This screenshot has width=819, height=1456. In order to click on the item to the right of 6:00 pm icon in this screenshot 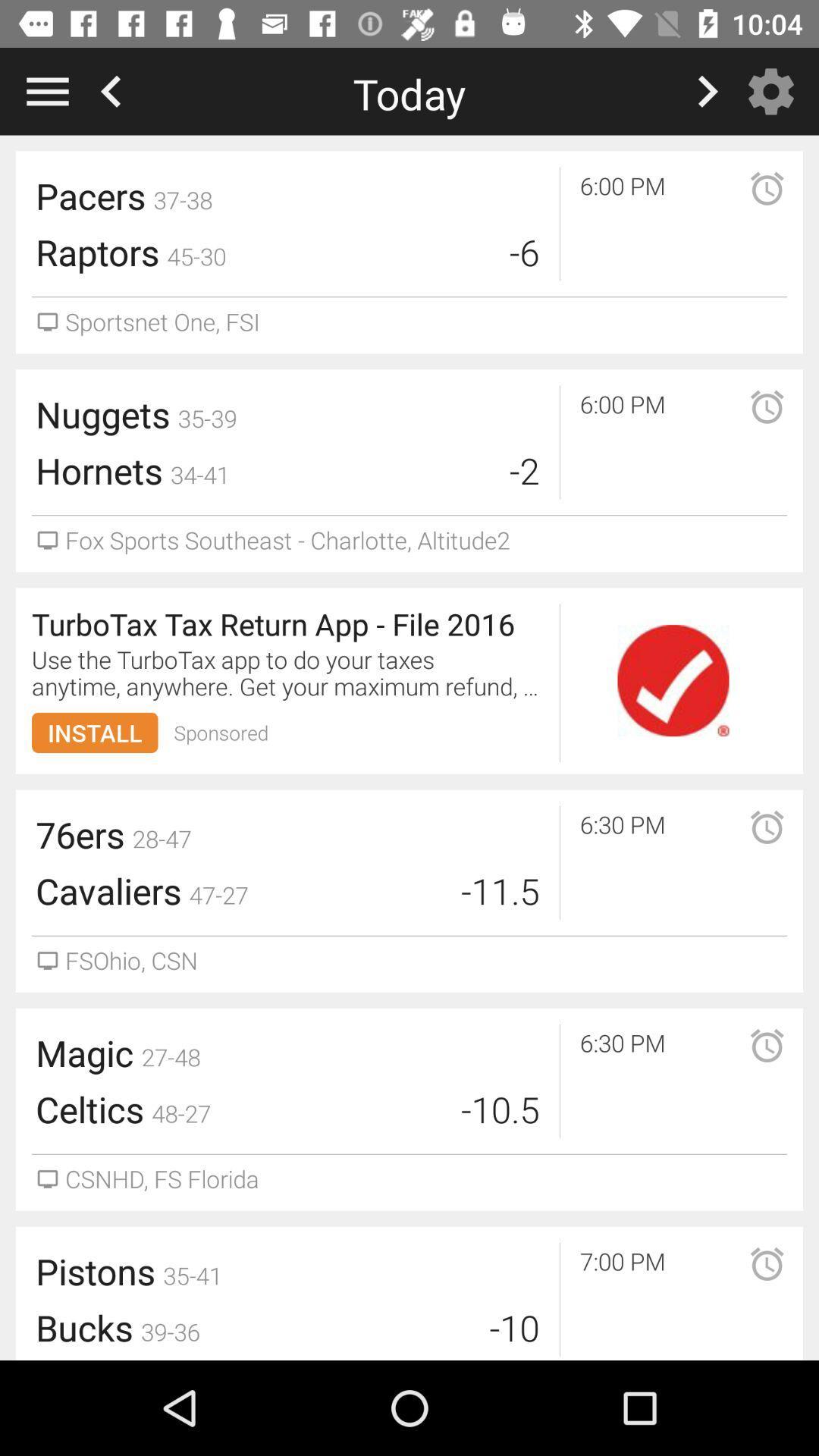, I will do `click(746, 425)`.